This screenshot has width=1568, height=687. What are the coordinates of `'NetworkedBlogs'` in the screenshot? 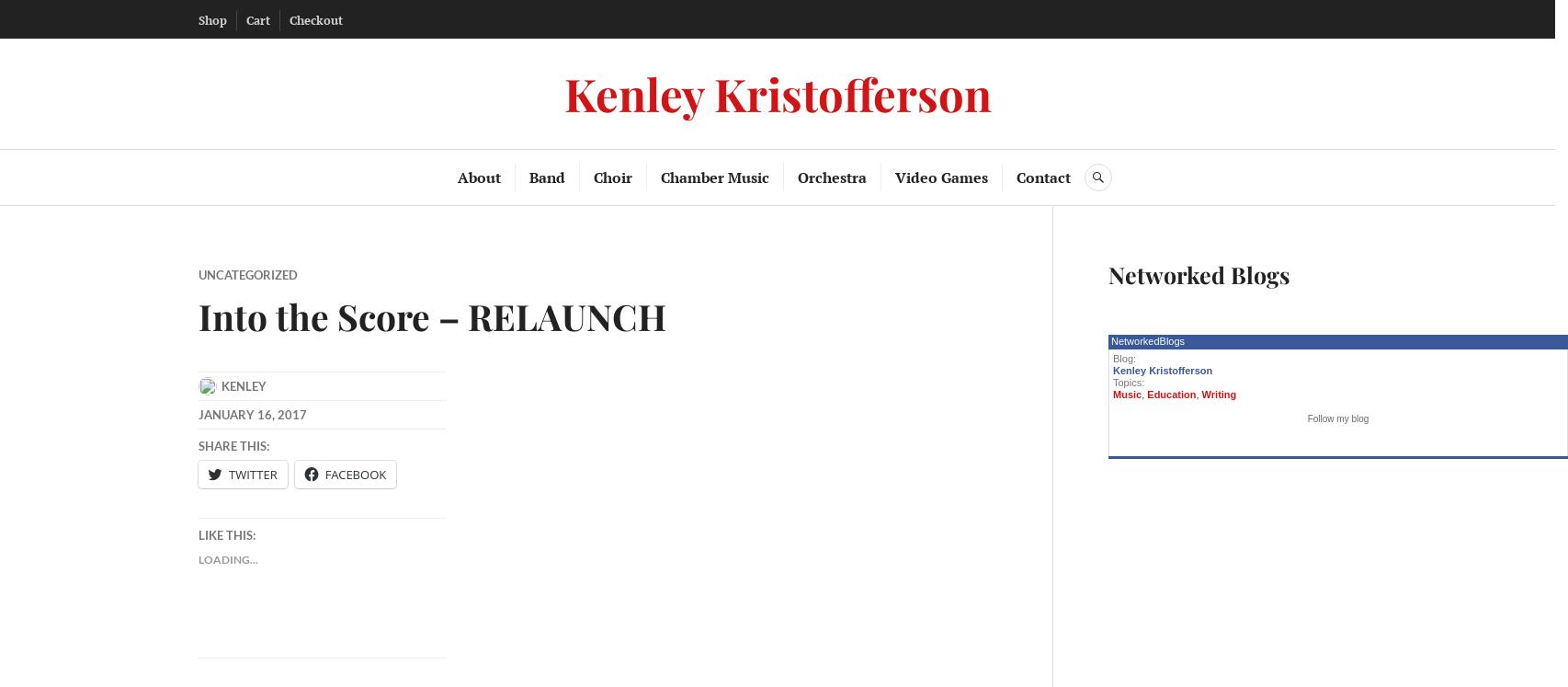 It's located at (1147, 341).